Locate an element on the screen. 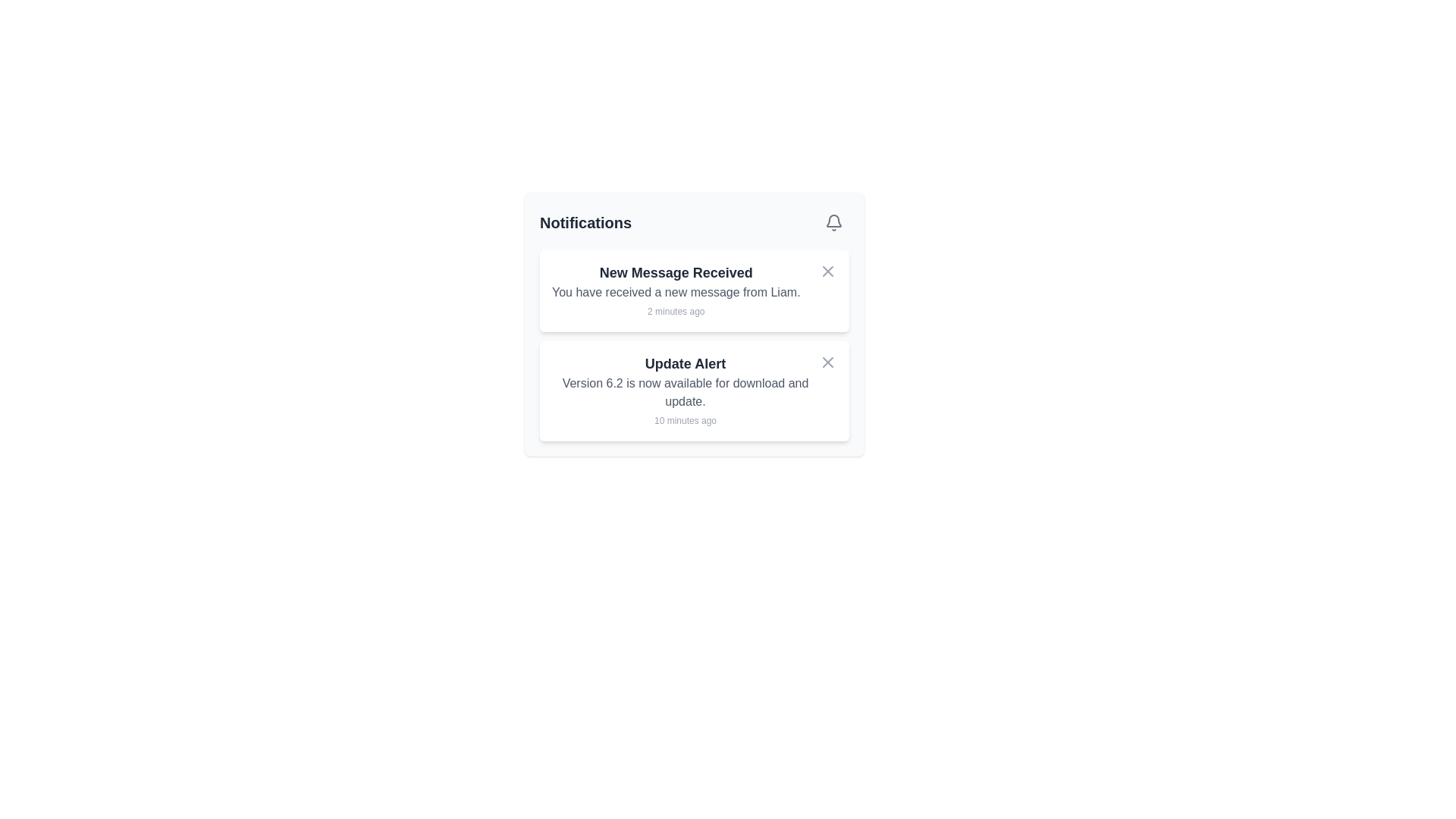  the small outlined 'X' icon button in the top-right corner of the 'New Message Received' notification card is located at coordinates (827, 271).